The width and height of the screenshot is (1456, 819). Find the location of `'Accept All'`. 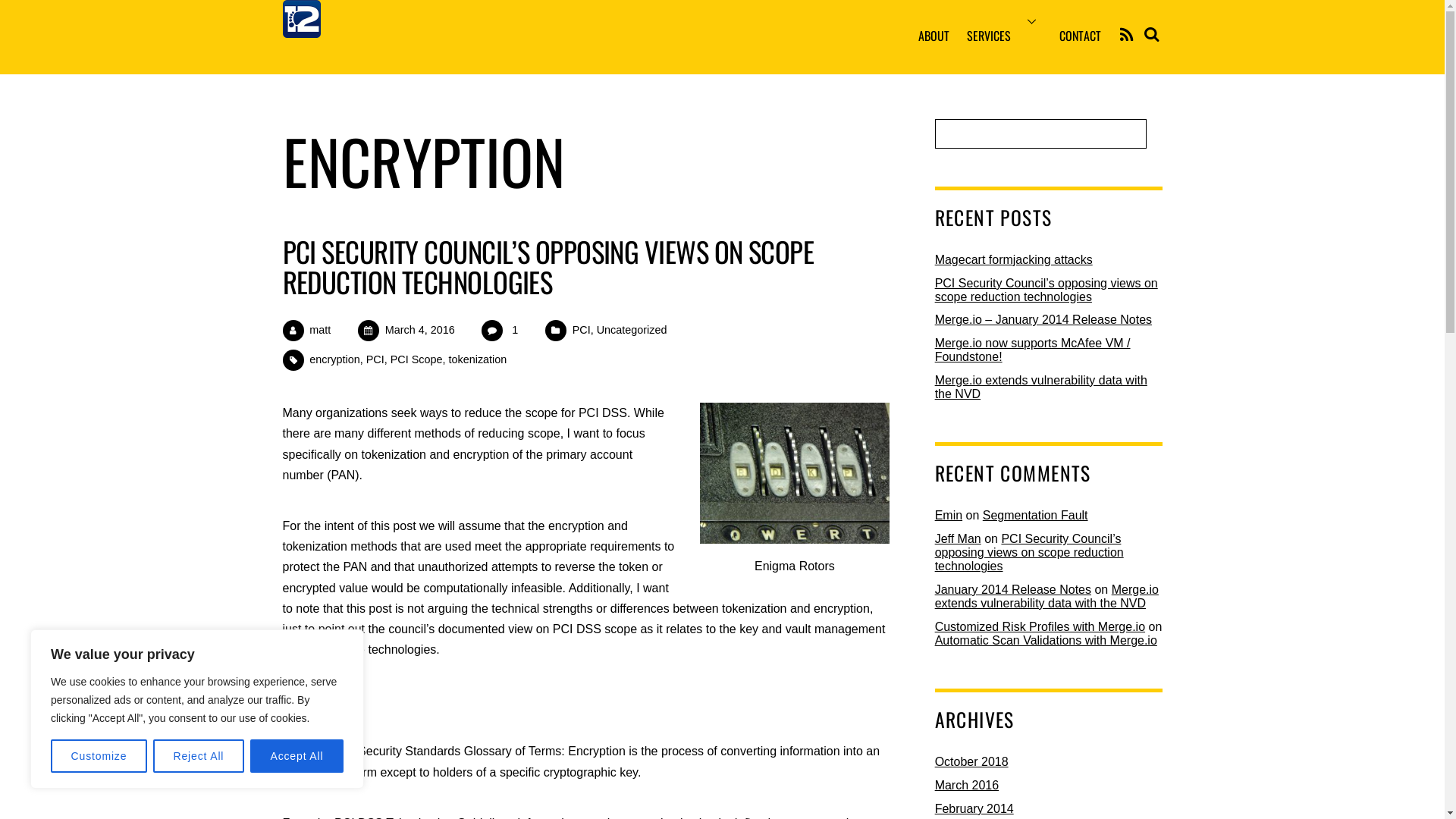

'Accept All' is located at coordinates (297, 755).